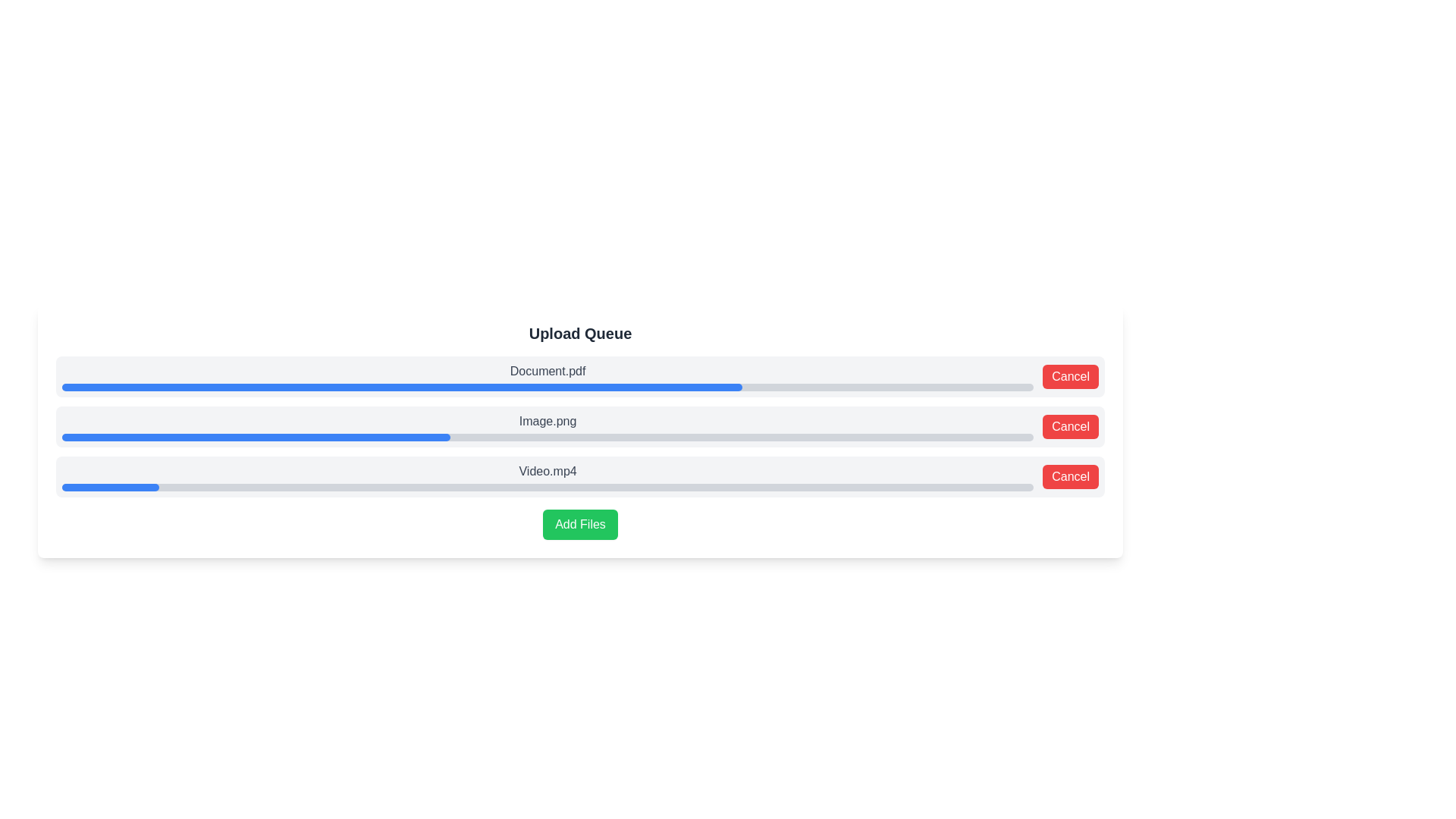 The height and width of the screenshot is (819, 1456). I want to click on the progress bar representing the upload progress of the file named 'Image.png', so click(579, 427).